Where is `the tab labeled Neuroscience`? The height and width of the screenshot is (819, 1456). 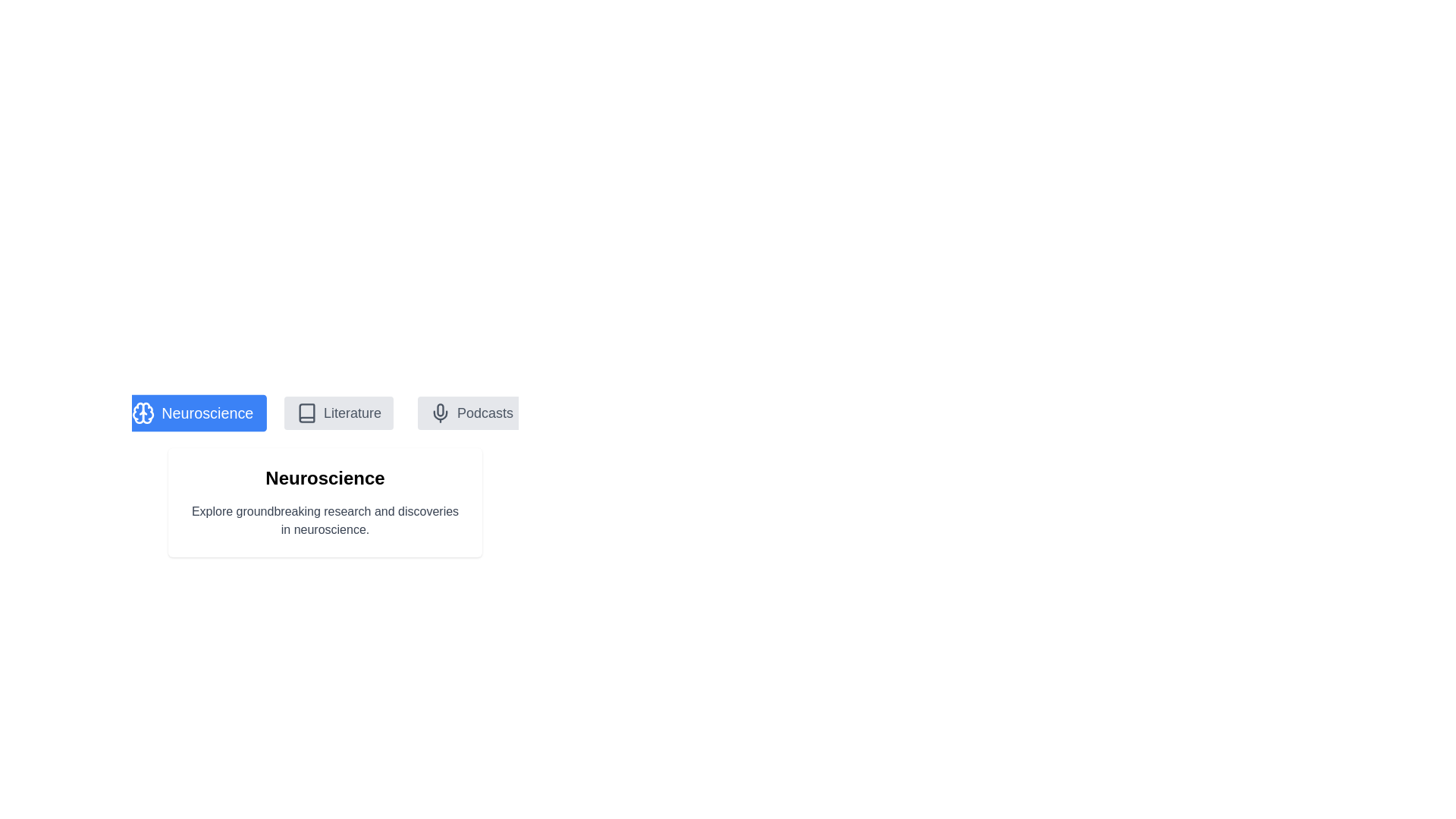
the tab labeled Neuroscience is located at coordinates (192, 413).